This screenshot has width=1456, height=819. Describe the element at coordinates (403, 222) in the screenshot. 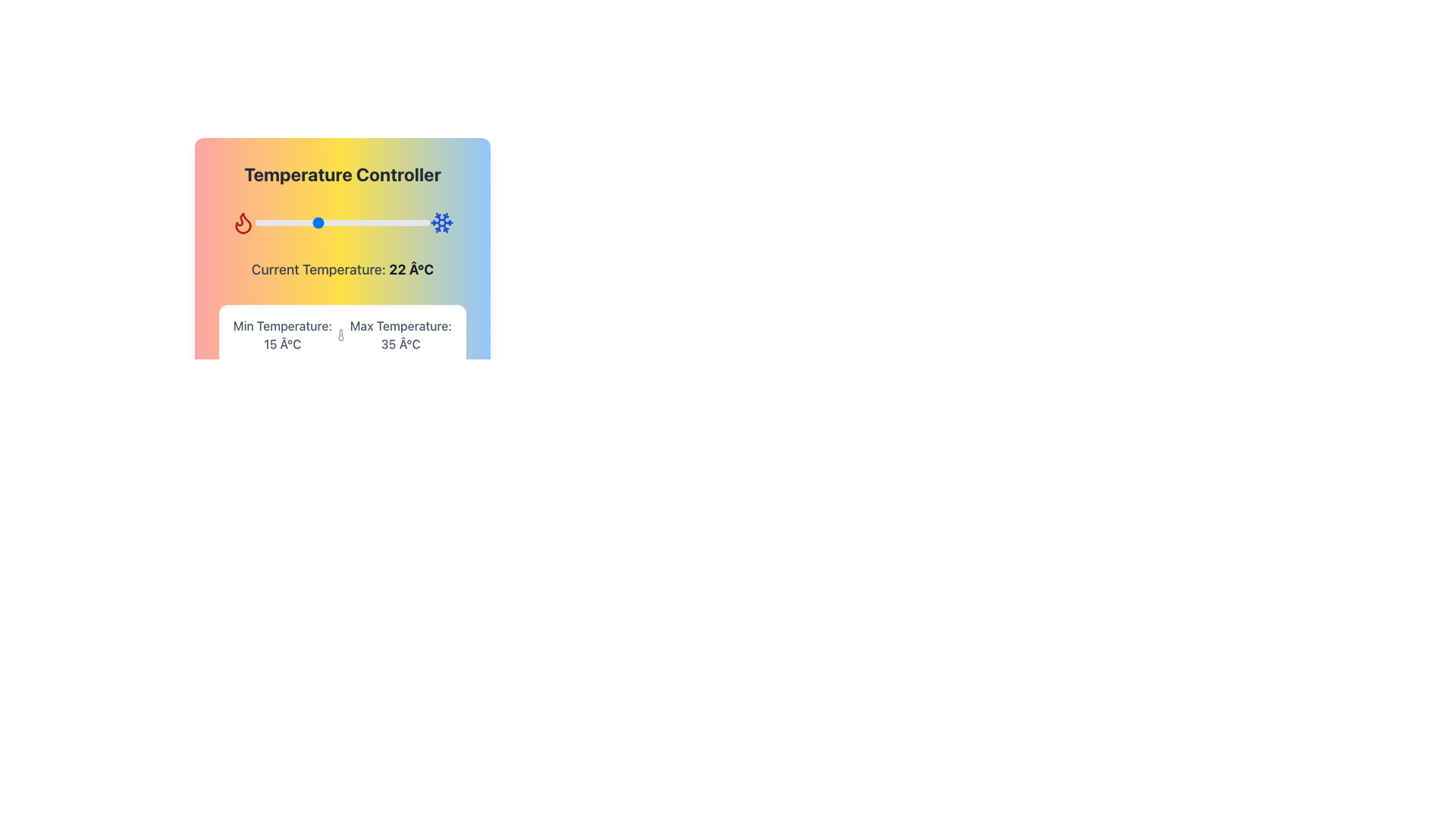

I see `temperature` at that location.